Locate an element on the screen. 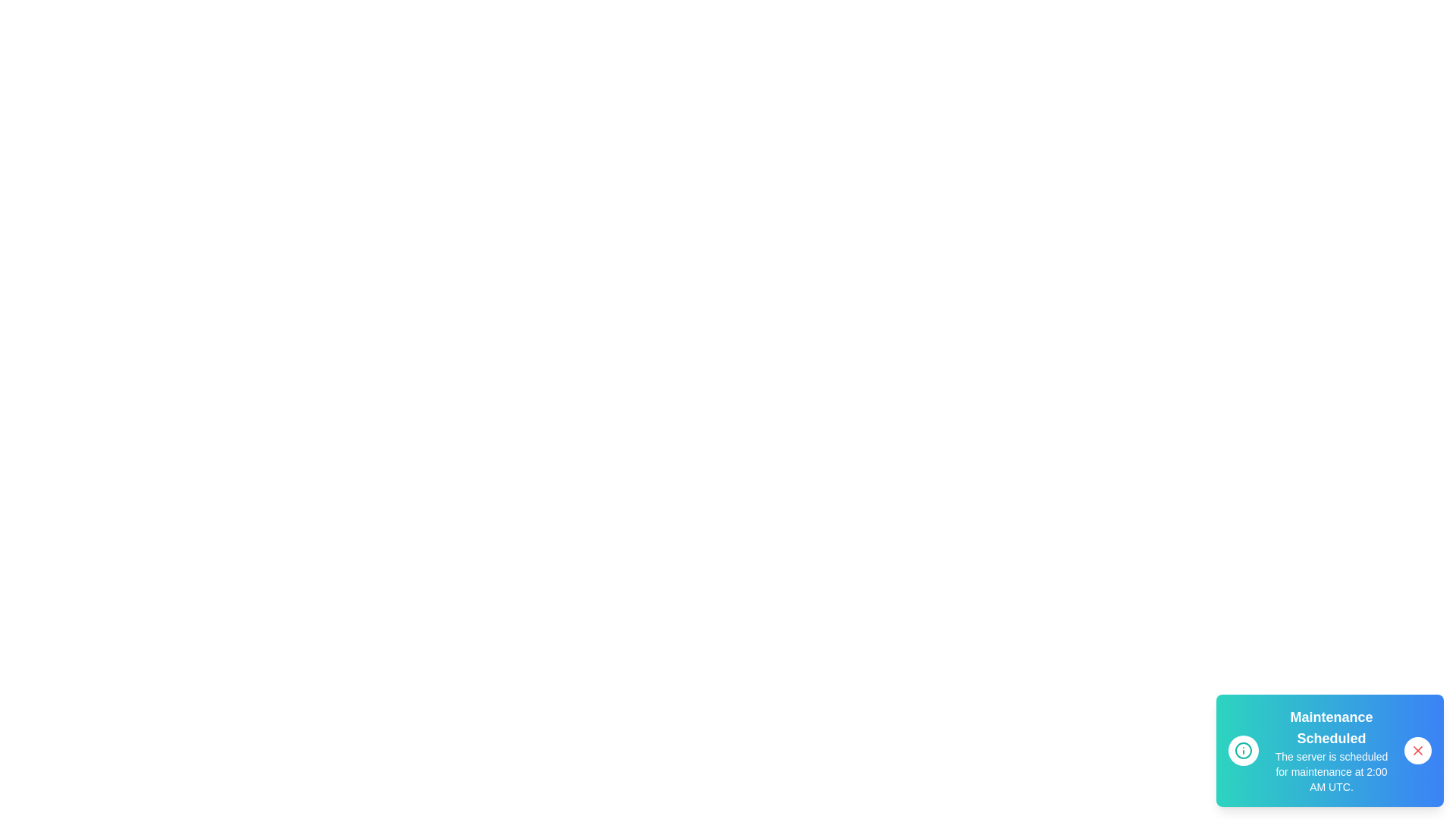 The image size is (1456, 819). the notification title labeled 'Maintenance Scheduled' is located at coordinates (1331, 727).